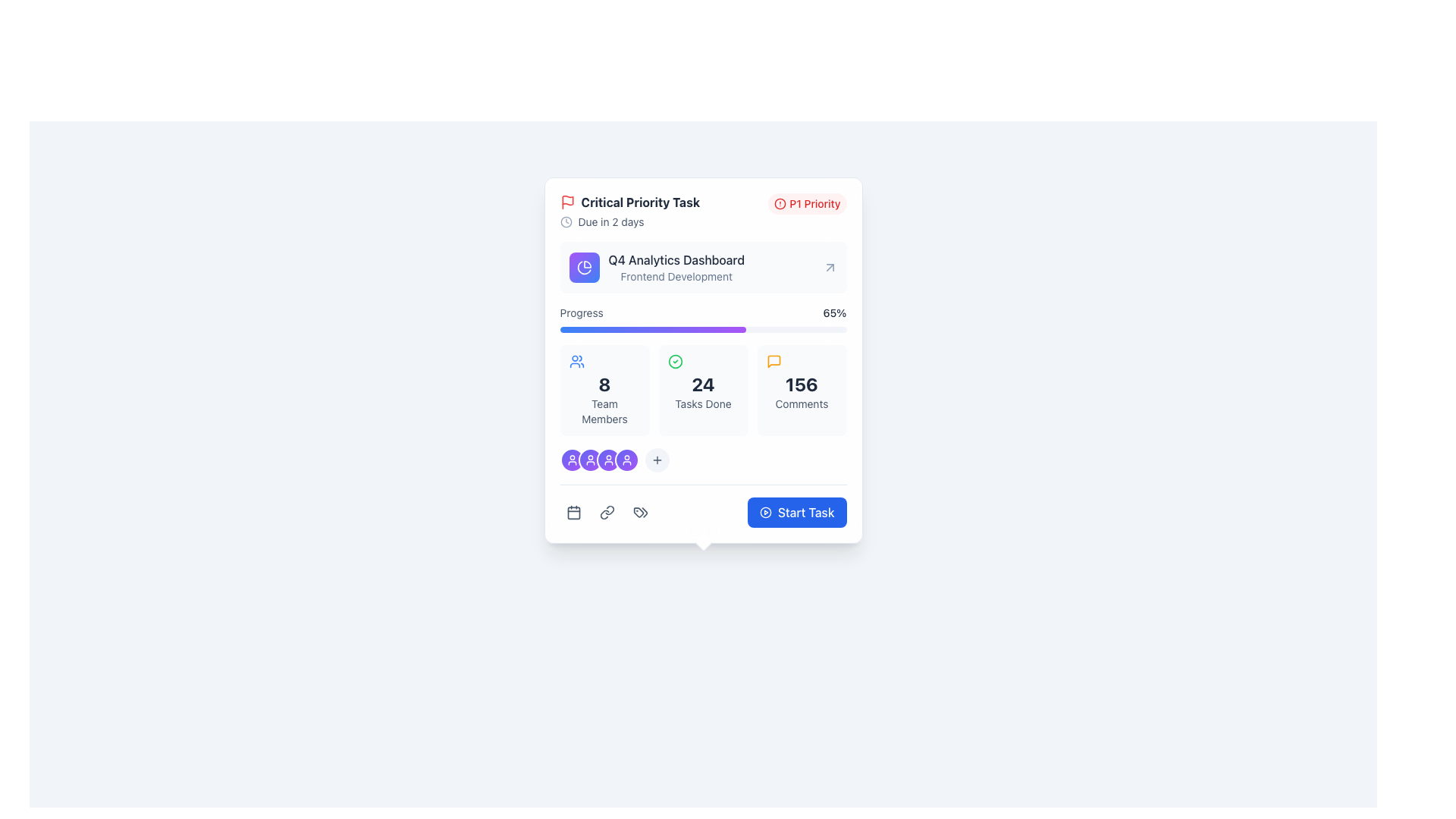 This screenshot has width=1456, height=819. What do you see at coordinates (608, 459) in the screenshot?
I see `the fifth circular button with an icon representing a user avatar in a team setting, located below the 'Progress' bar and above the 'Start Task' button` at bounding box center [608, 459].